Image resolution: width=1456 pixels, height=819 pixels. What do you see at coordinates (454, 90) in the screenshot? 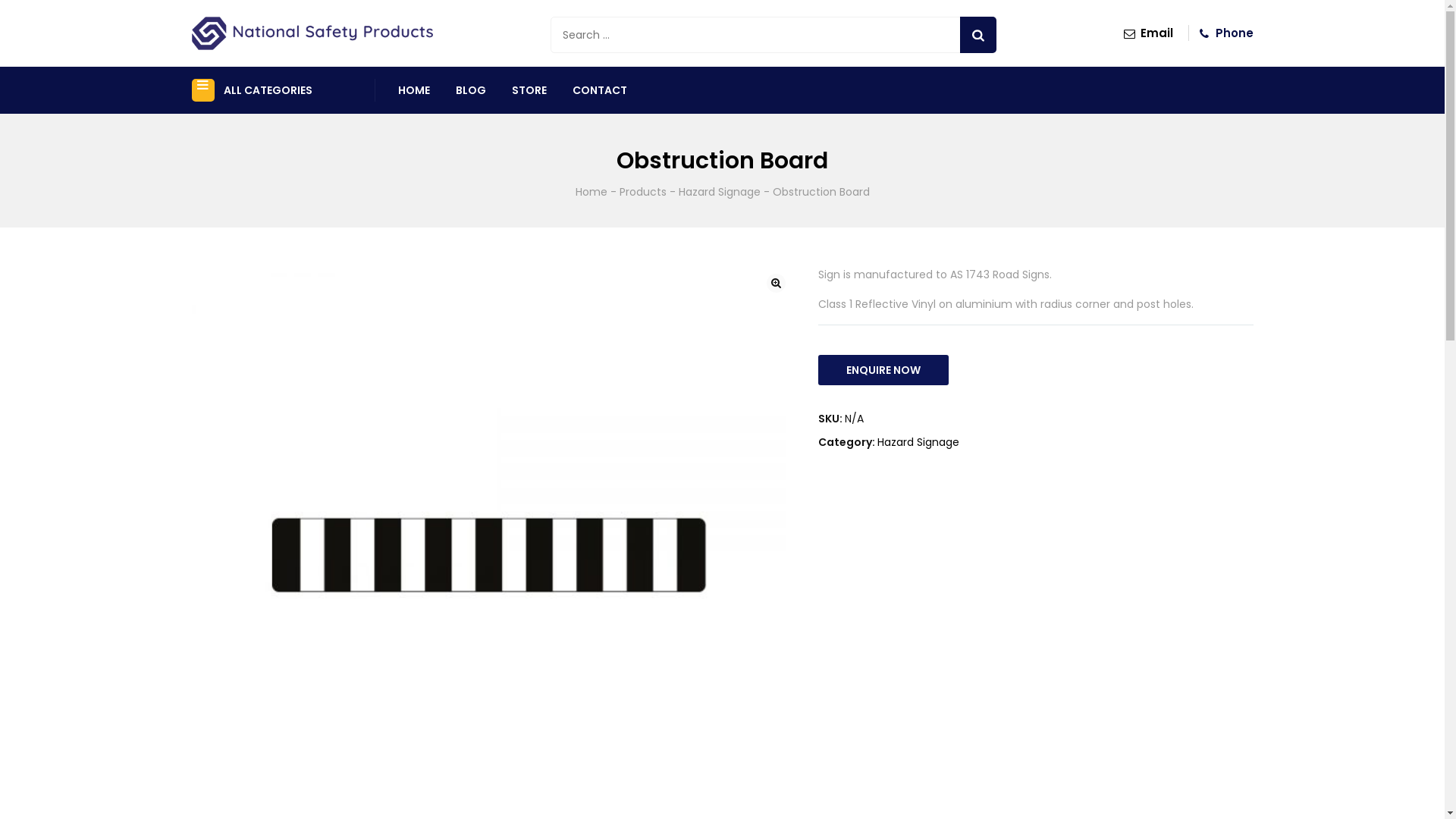
I see `'BLOG'` at bounding box center [454, 90].